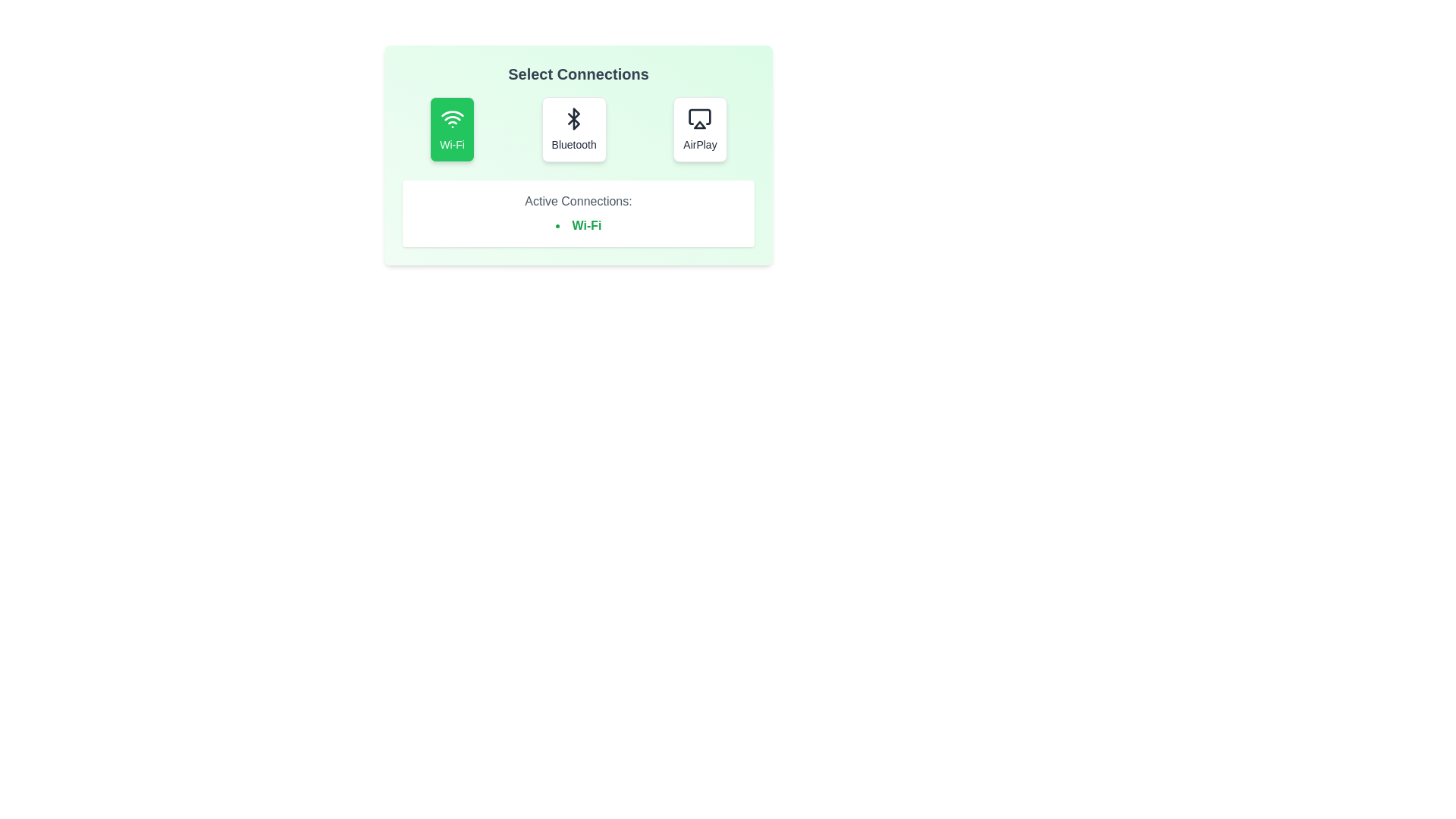 The height and width of the screenshot is (819, 1456). I want to click on the connection button corresponding to Bluetooth, so click(573, 128).